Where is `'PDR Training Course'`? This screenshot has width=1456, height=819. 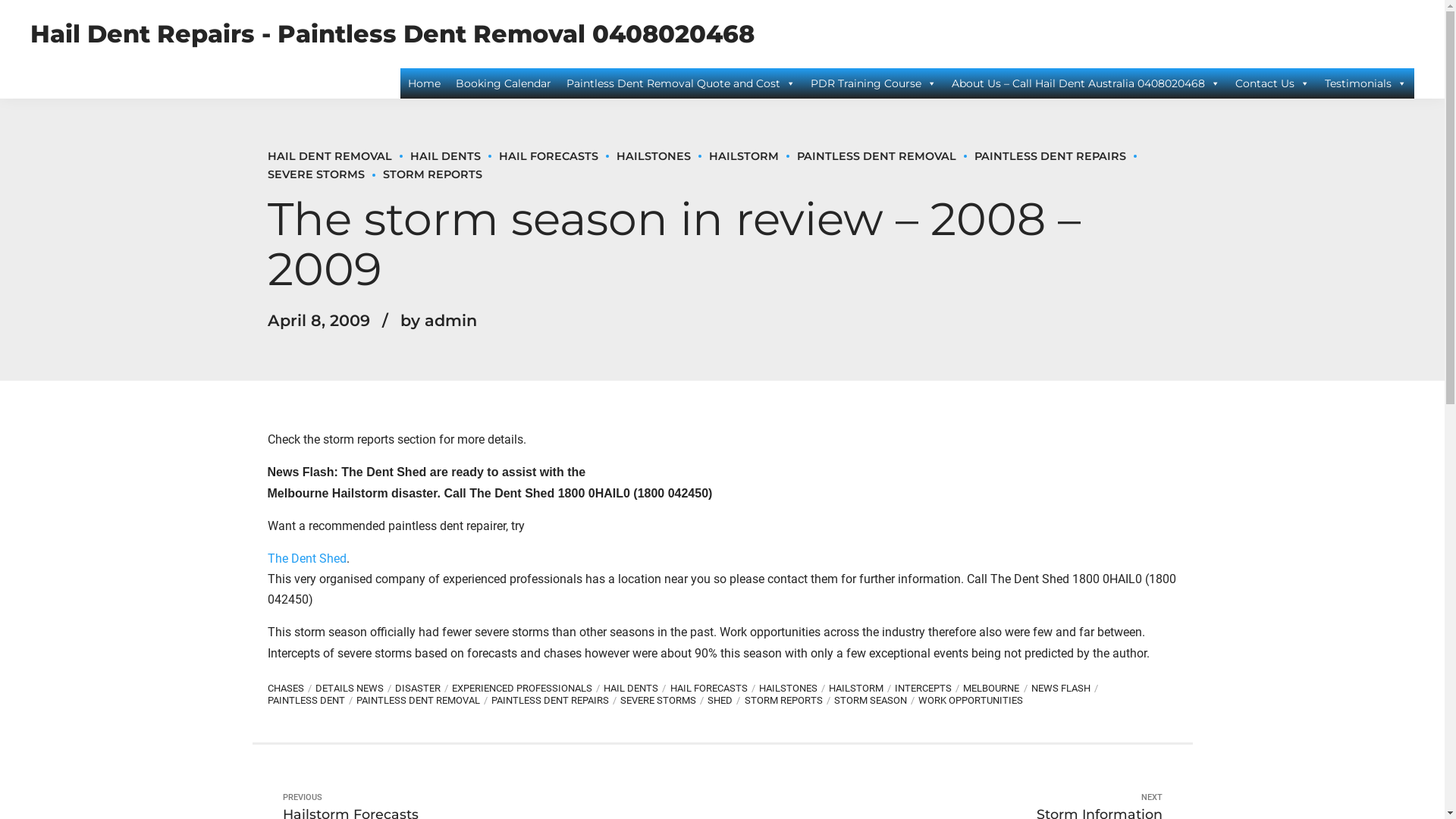 'PDR Training Course' is located at coordinates (874, 83).